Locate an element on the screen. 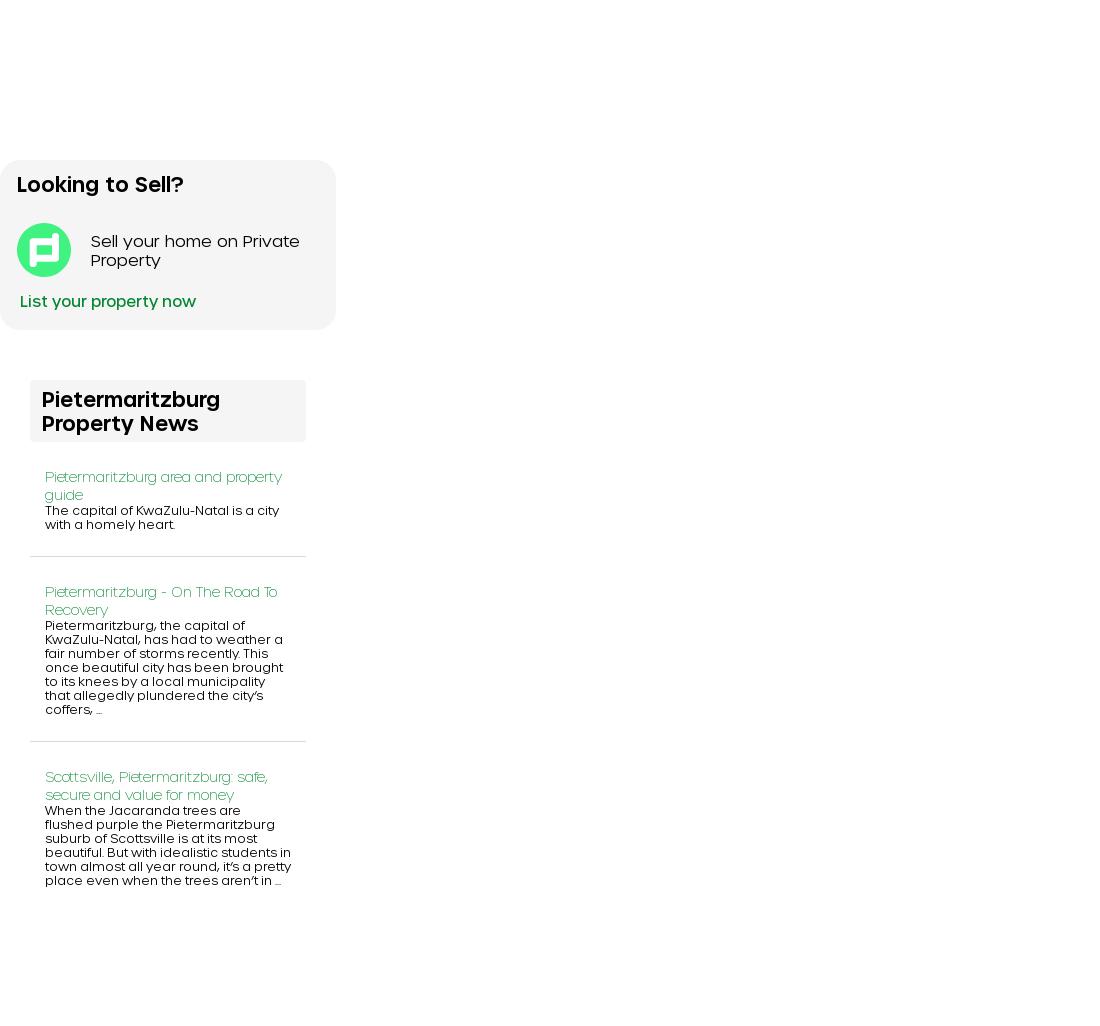  'Pietermaritzburg, the capital of KwaZulu-Natal, has had to weather a fair number of storms recently. This once beautiful city has been brought to its knees by a local municipality that allegedly plundered the city’s coffers, ...' is located at coordinates (163, 665).